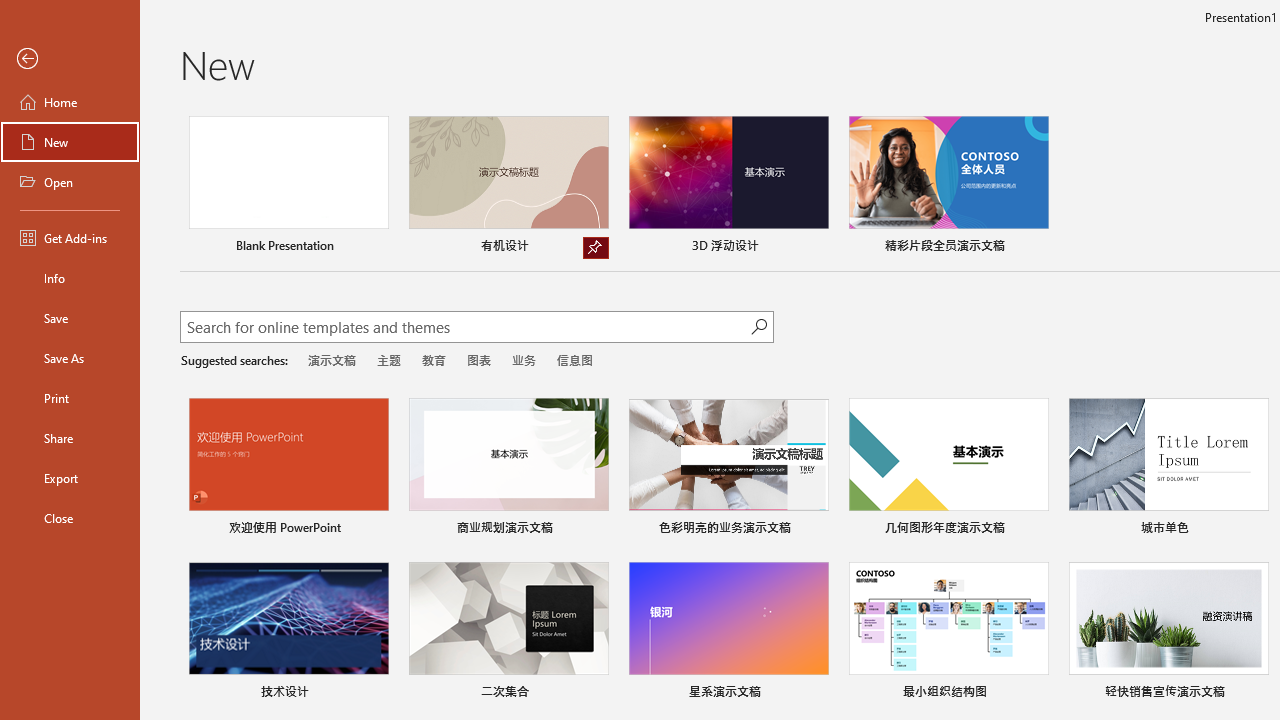  Describe the element at coordinates (69, 277) in the screenshot. I see `'Info'` at that location.